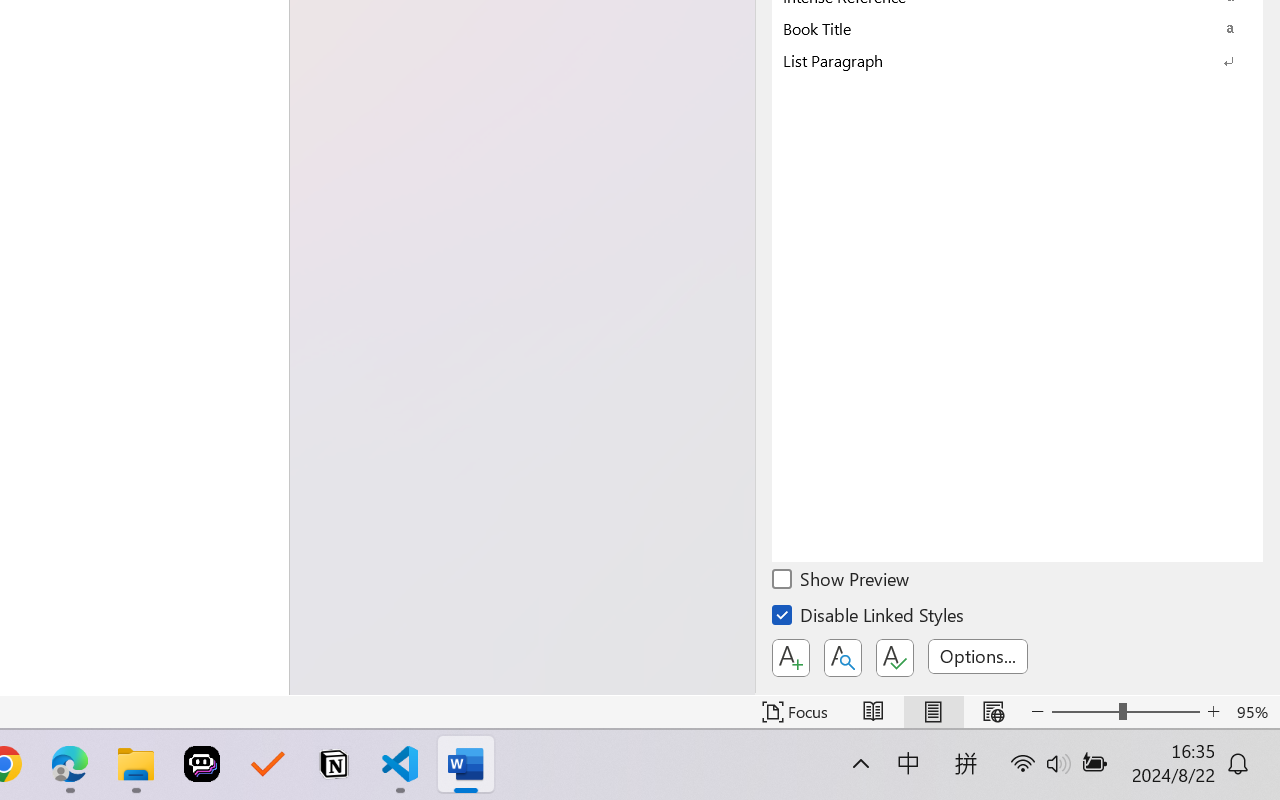 The width and height of the screenshot is (1280, 800). Describe the element at coordinates (1252, 711) in the screenshot. I see `'Zoom 95%'` at that location.